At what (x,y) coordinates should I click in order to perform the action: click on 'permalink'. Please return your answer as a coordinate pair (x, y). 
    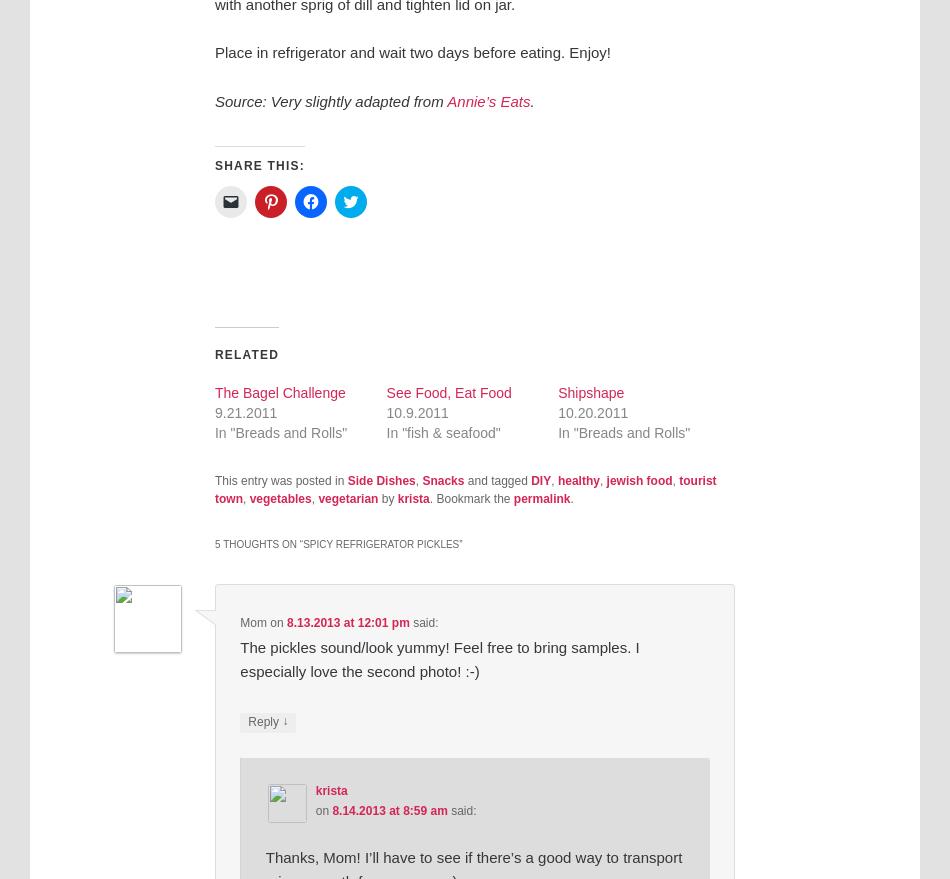
    Looking at the image, I should click on (541, 497).